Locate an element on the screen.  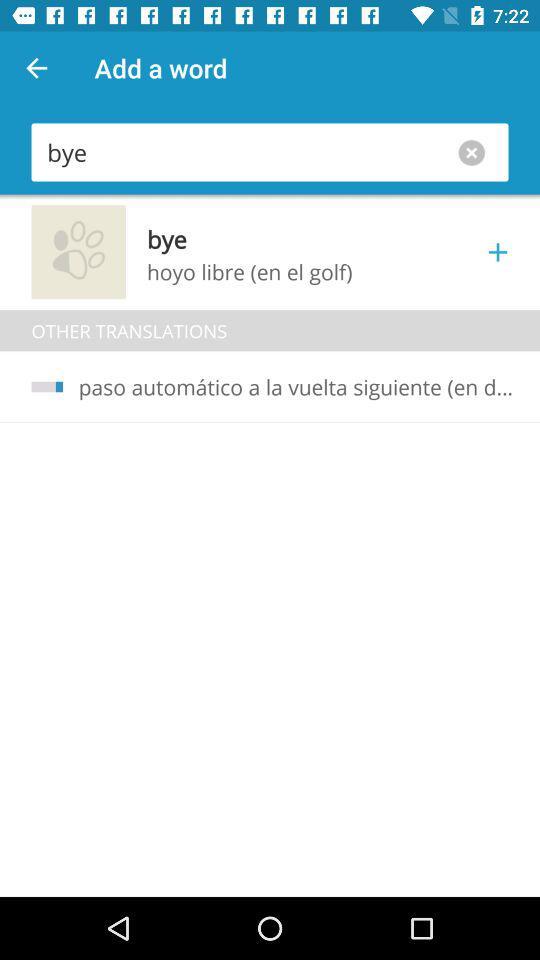
option is located at coordinates (475, 151).